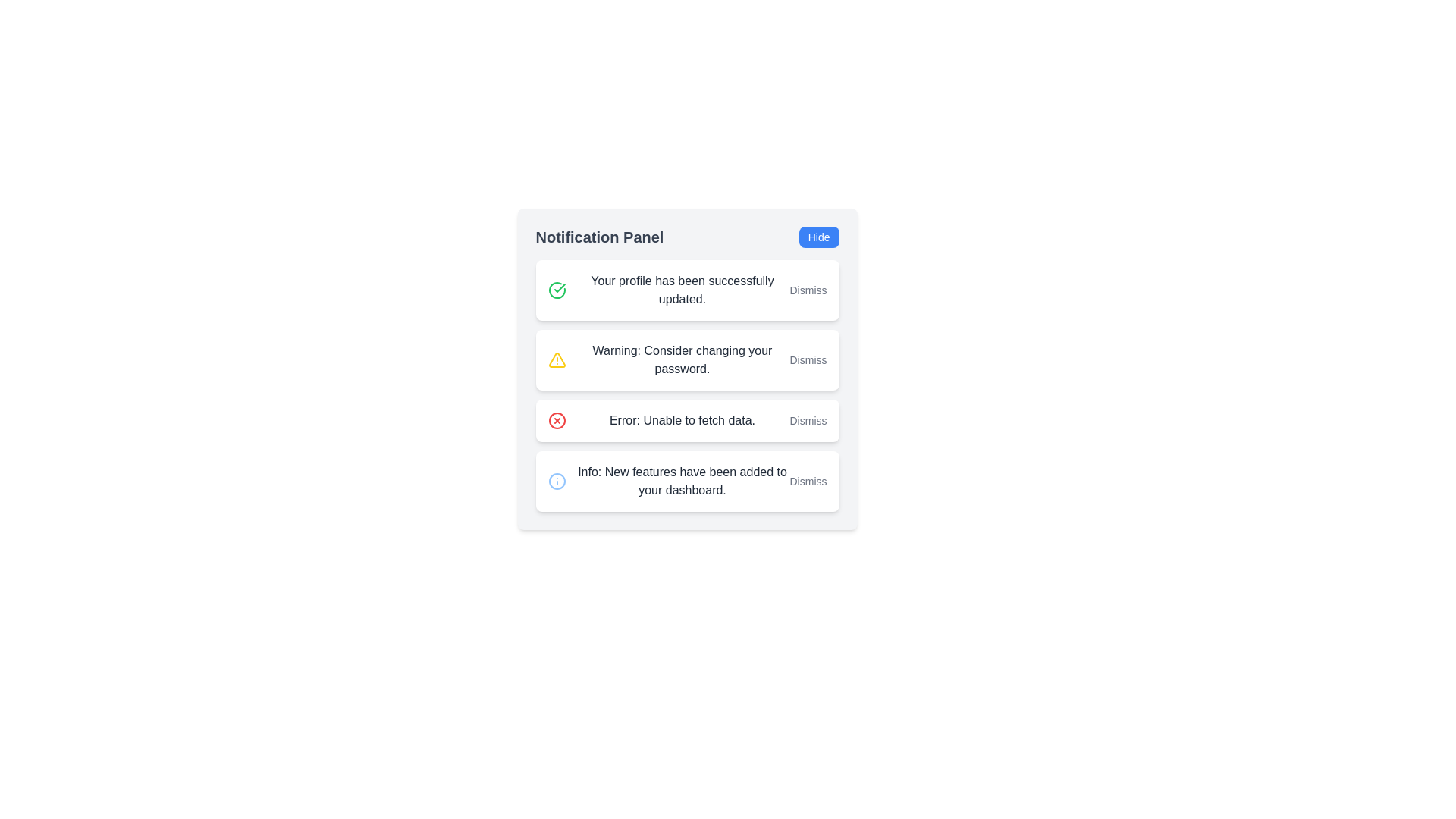 The image size is (1456, 819). I want to click on cautionary text label suggesting a password update located centrally within the notification card, positioned to the right of a yellow triangular warning icon and to the left of a 'Dismiss' hyperlink, so click(682, 359).